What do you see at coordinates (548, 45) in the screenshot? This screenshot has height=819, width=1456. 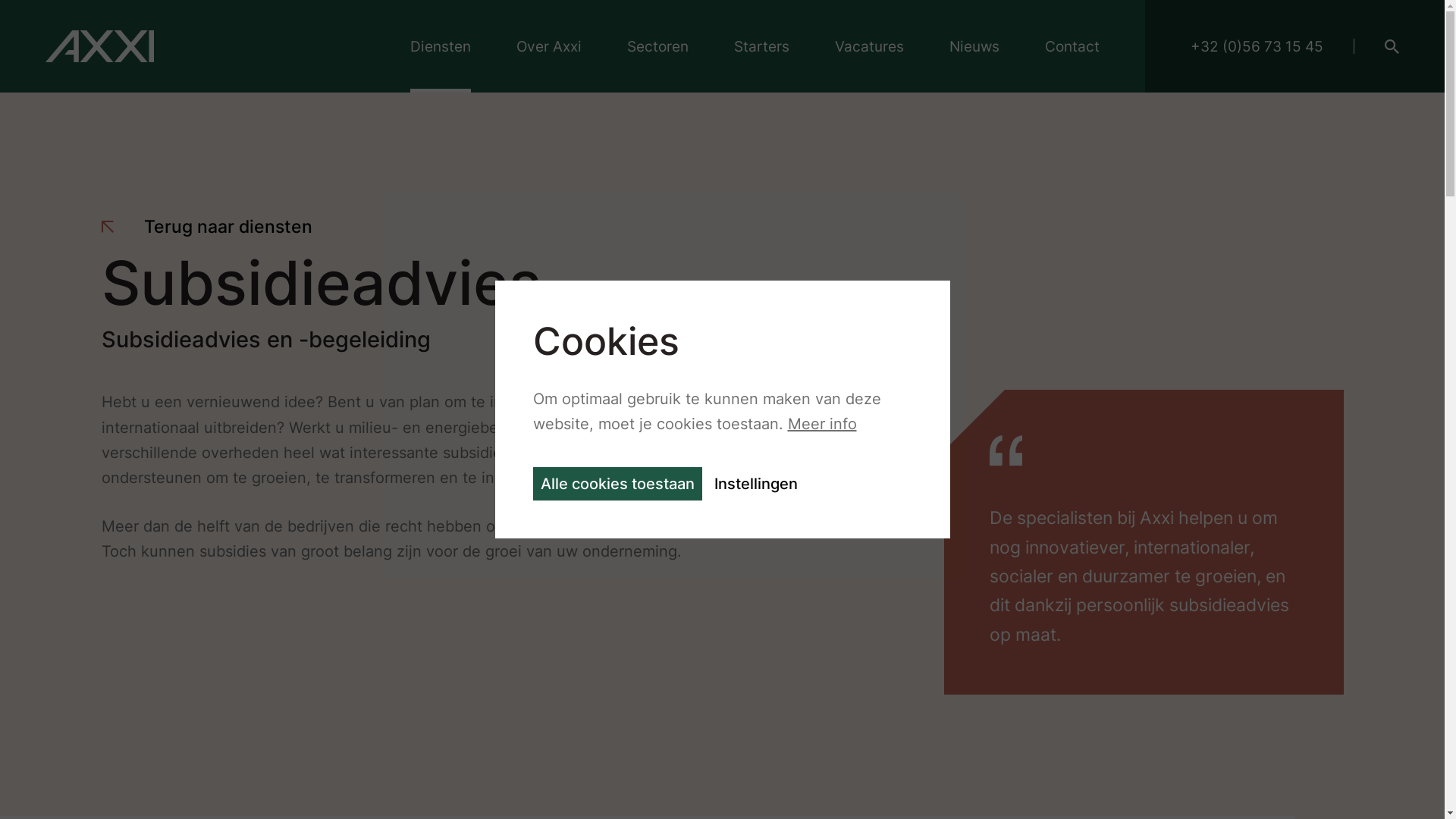 I see `'Over Axxi'` at bounding box center [548, 45].